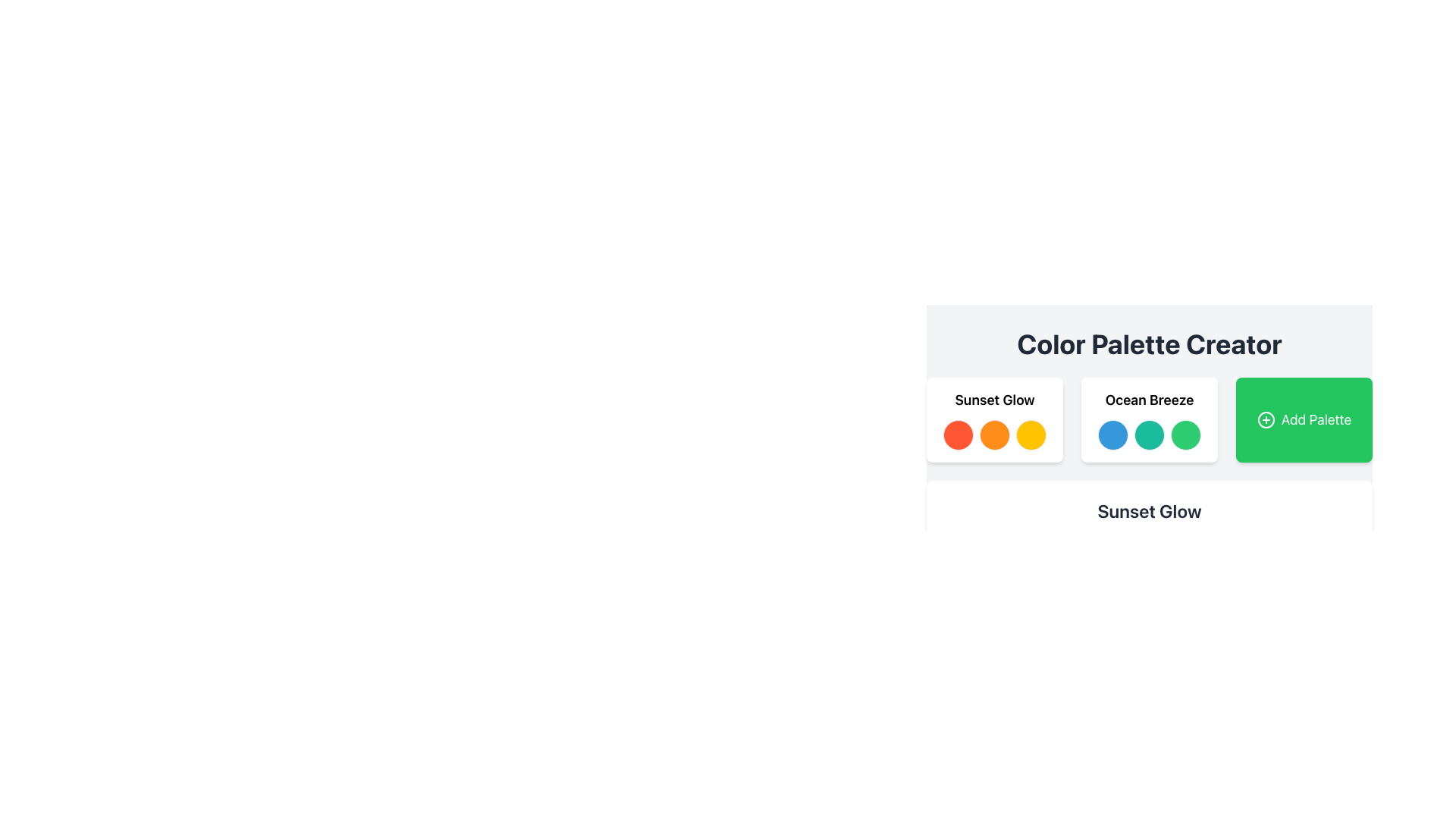 Image resolution: width=1456 pixels, height=819 pixels. What do you see at coordinates (1150, 511) in the screenshot?
I see `the static text displaying the title 'Sunset Glow', which identifies the color palette within the 'Color Palette Creator' section` at bounding box center [1150, 511].